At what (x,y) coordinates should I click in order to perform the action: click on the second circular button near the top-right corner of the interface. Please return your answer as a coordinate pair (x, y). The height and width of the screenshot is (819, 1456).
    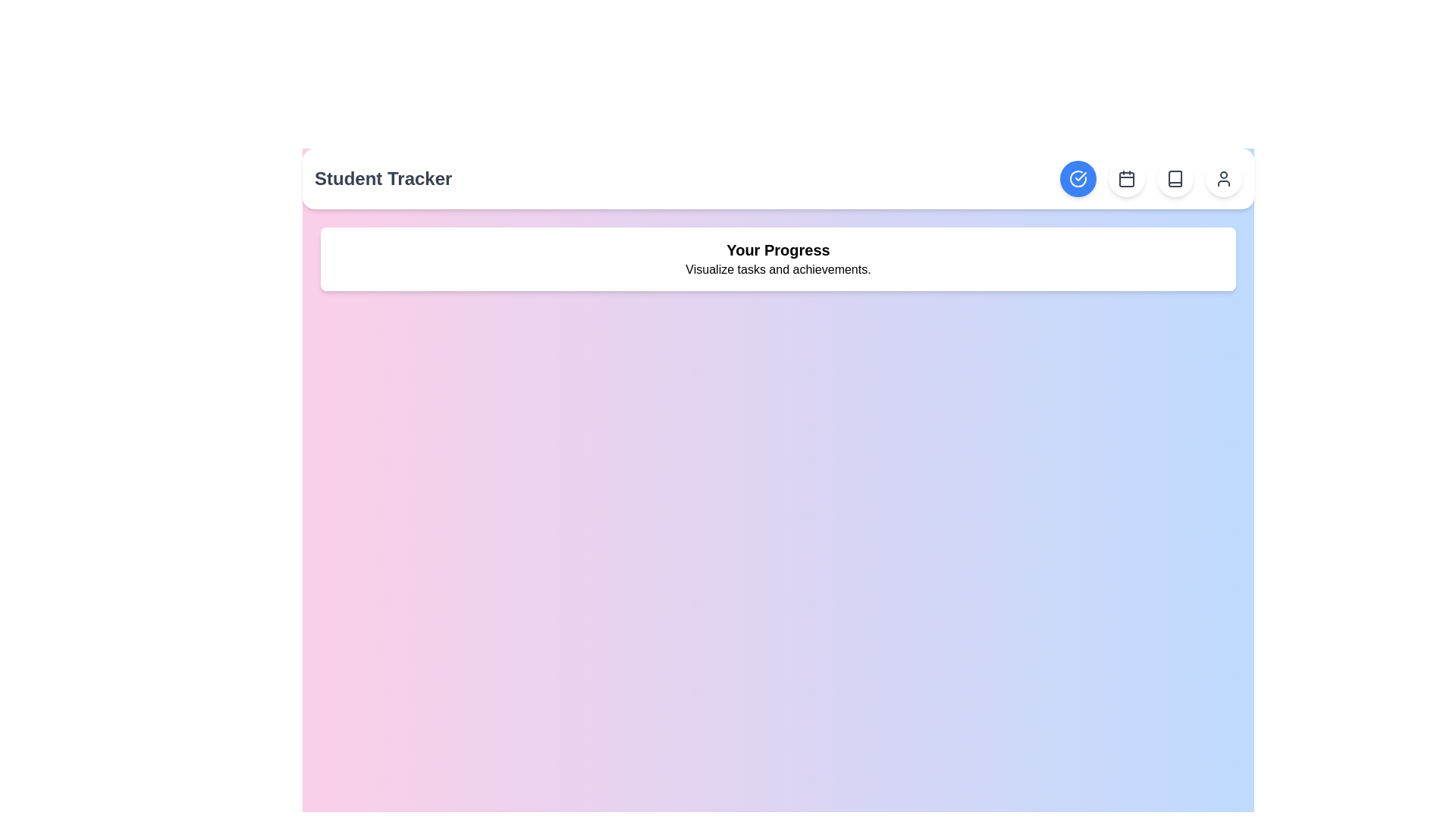
    Looking at the image, I should click on (1127, 177).